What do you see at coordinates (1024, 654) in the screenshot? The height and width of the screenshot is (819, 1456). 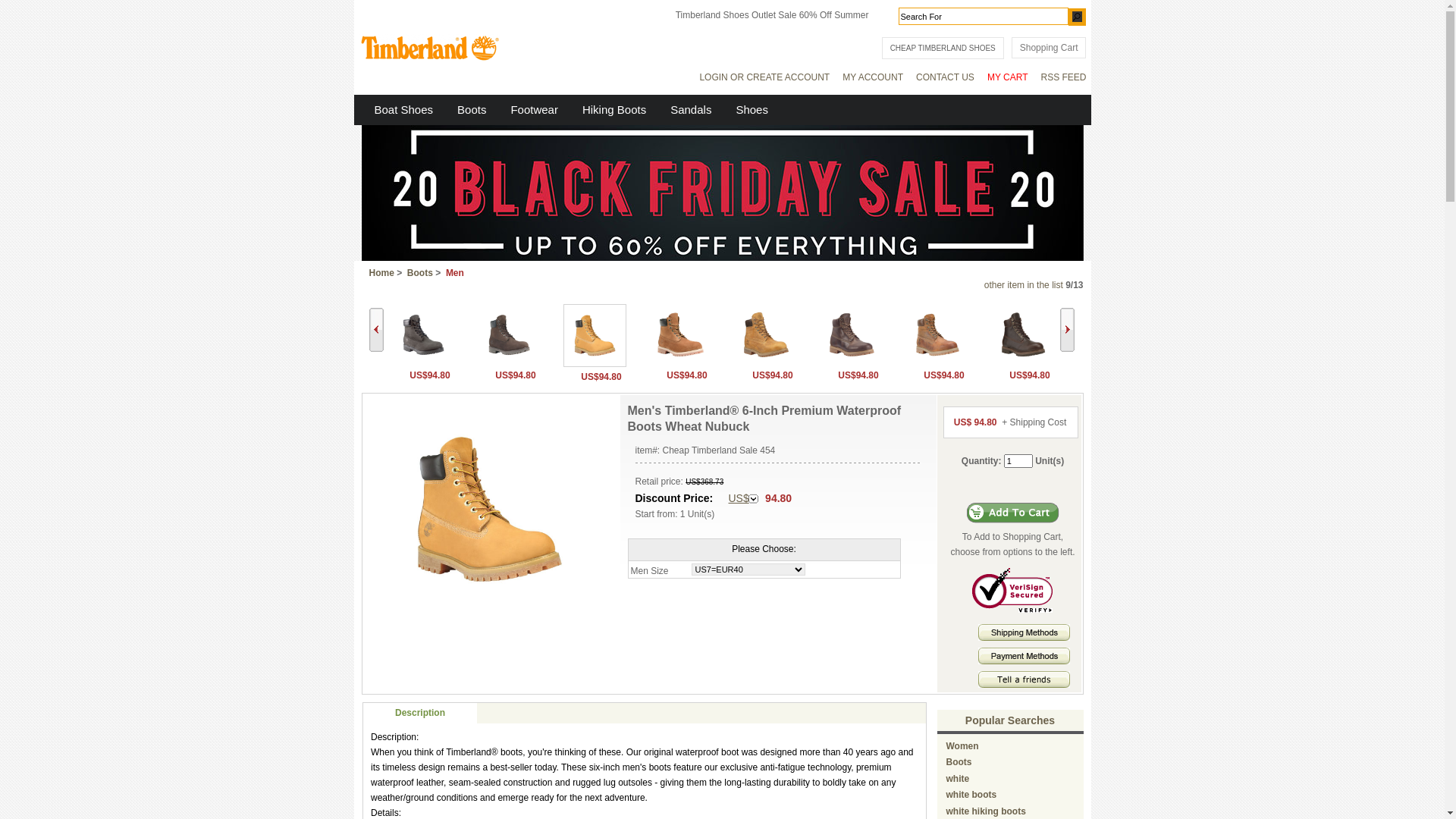 I see `' Payment Methods '` at bounding box center [1024, 654].